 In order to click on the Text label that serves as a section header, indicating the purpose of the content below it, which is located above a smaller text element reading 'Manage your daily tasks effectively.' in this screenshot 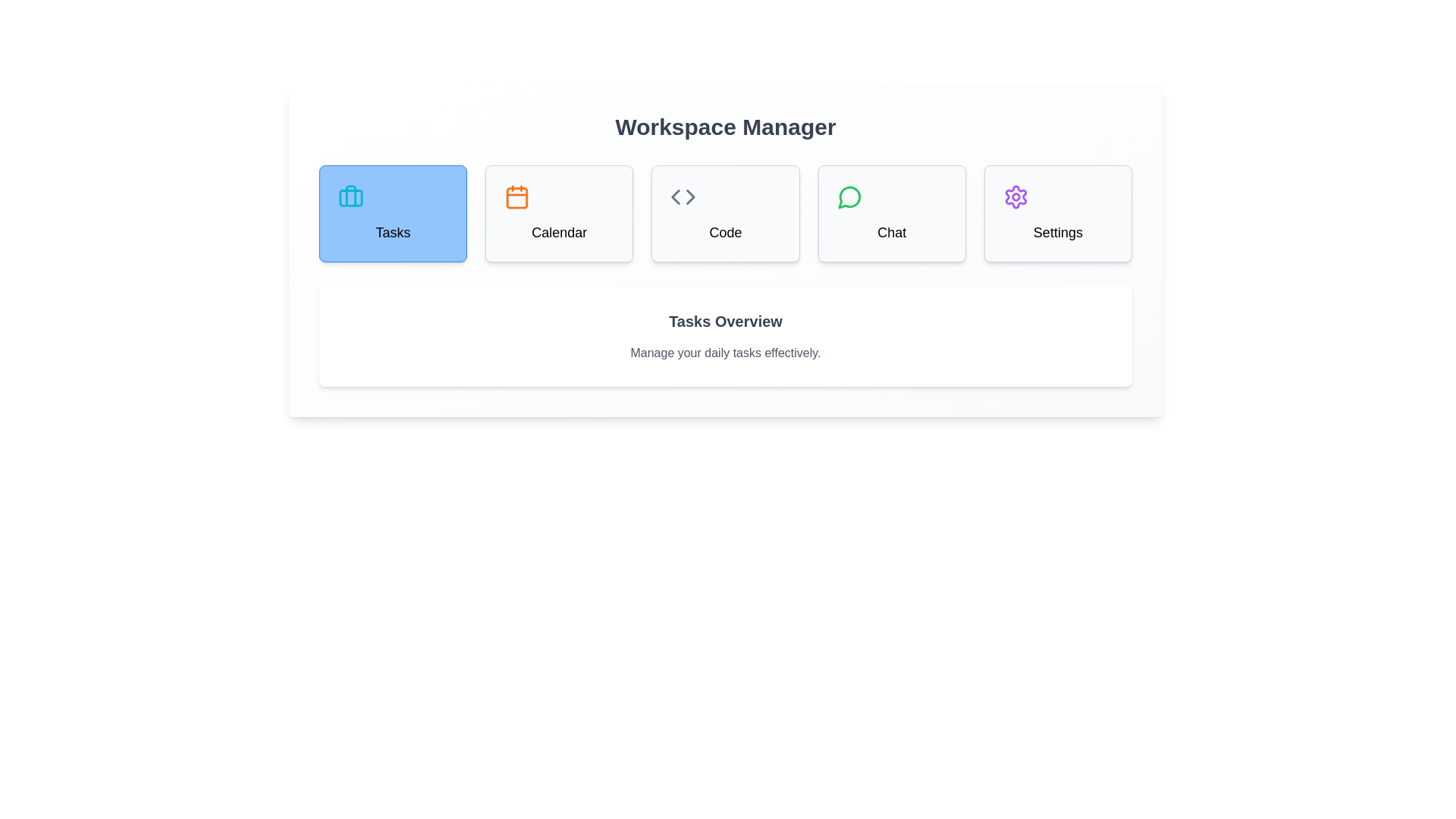, I will do `click(724, 321)`.